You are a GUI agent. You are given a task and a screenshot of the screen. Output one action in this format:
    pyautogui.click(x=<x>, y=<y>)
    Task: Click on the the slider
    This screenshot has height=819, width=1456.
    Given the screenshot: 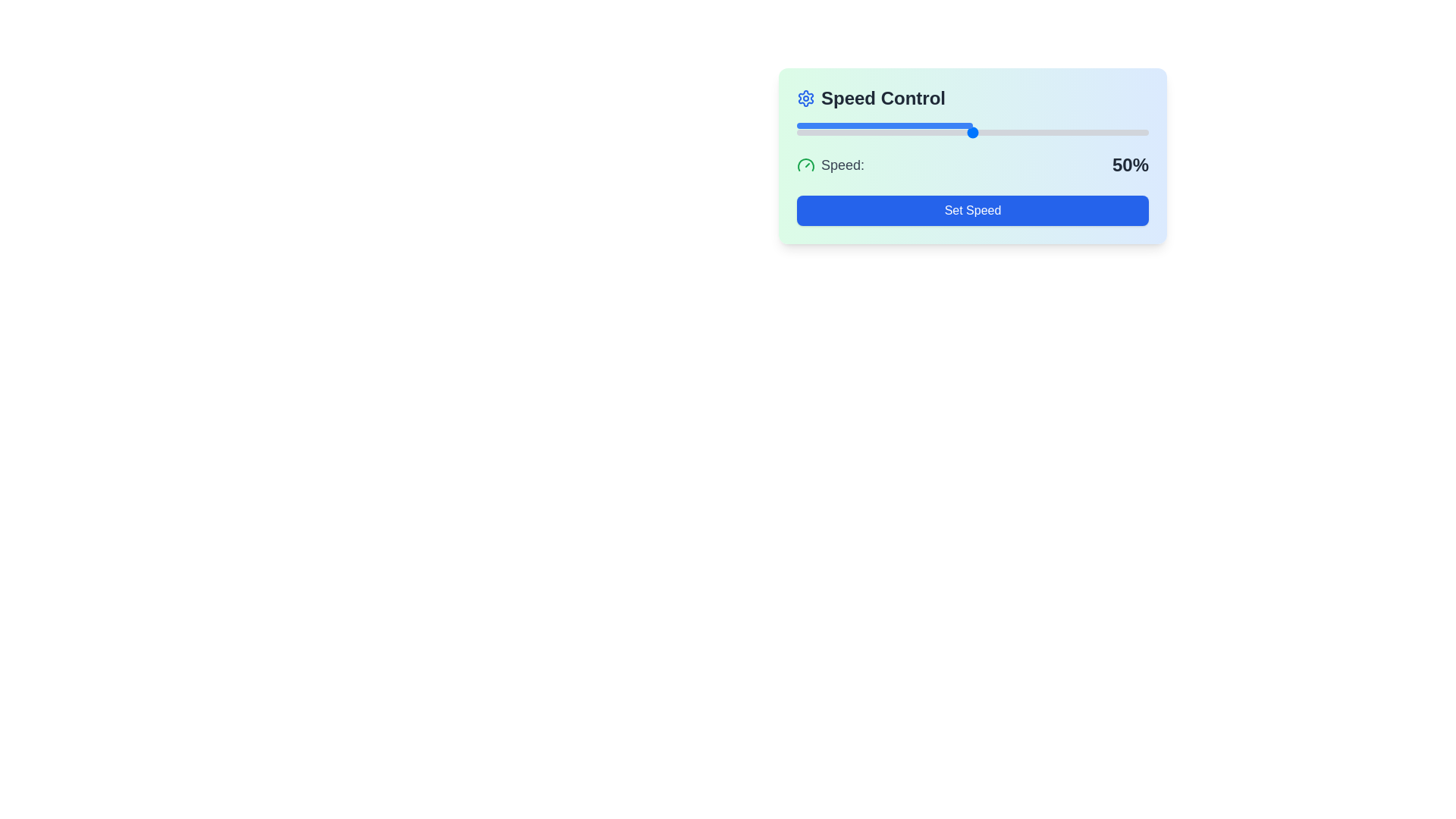 What is the action you would take?
    pyautogui.click(x=842, y=131)
    